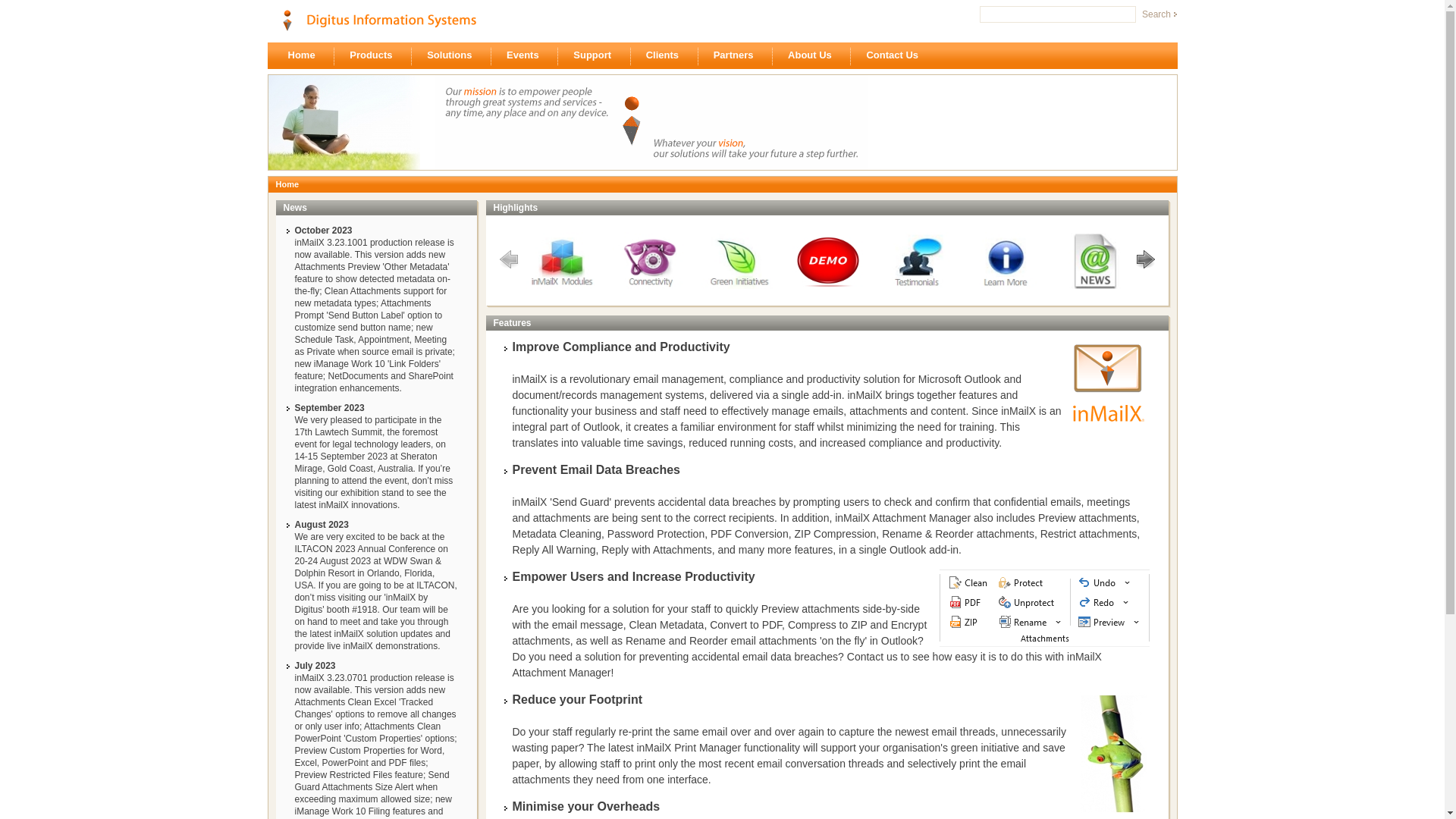 The height and width of the screenshot is (819, 1456). I want to click on 'October 2023', so click(322, 231).